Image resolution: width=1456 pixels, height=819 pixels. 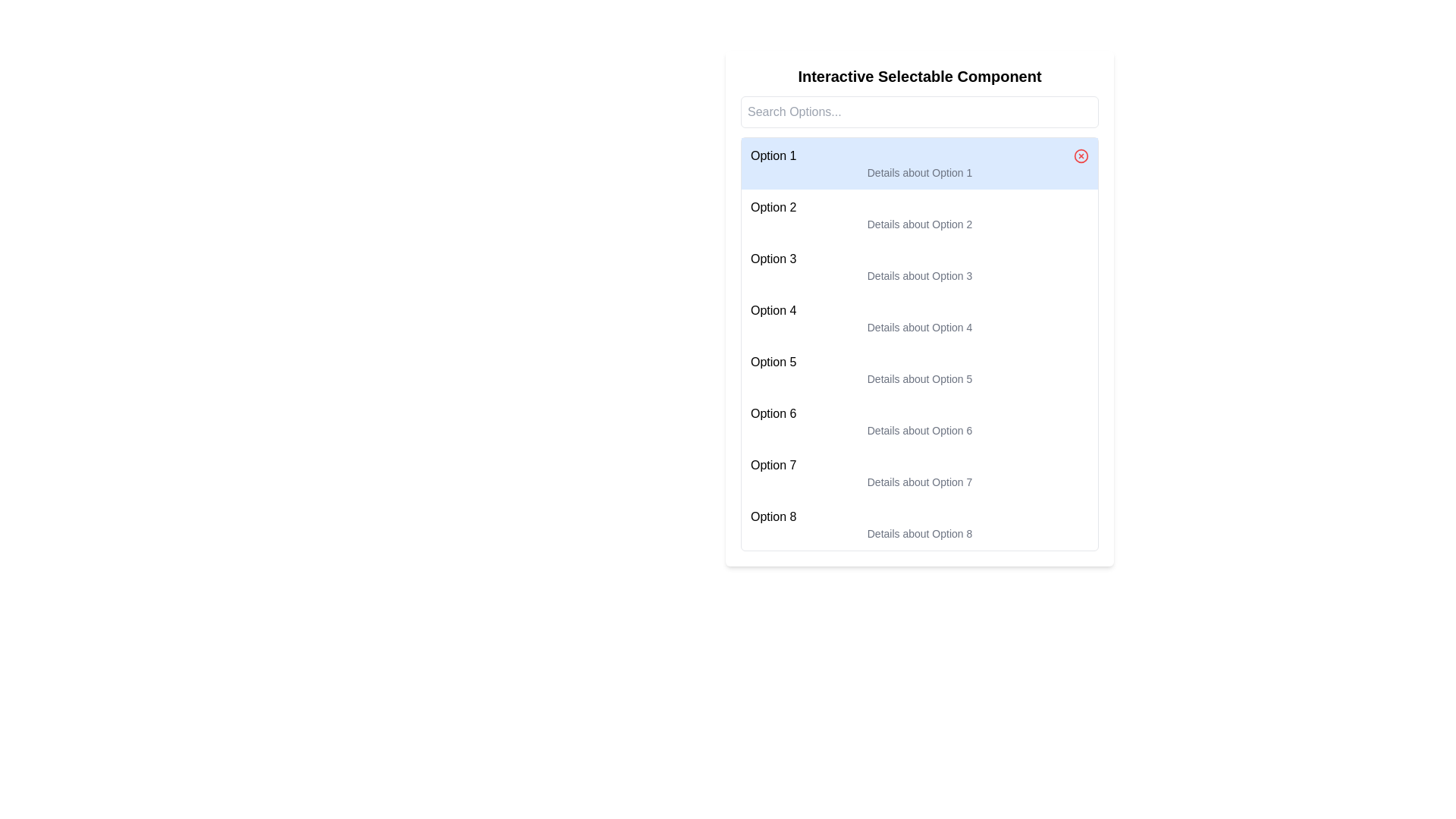 I want to click on text from the label element located in the third position of an interactive list, which provides a textual representation of an option, so click(x=773, y=259).